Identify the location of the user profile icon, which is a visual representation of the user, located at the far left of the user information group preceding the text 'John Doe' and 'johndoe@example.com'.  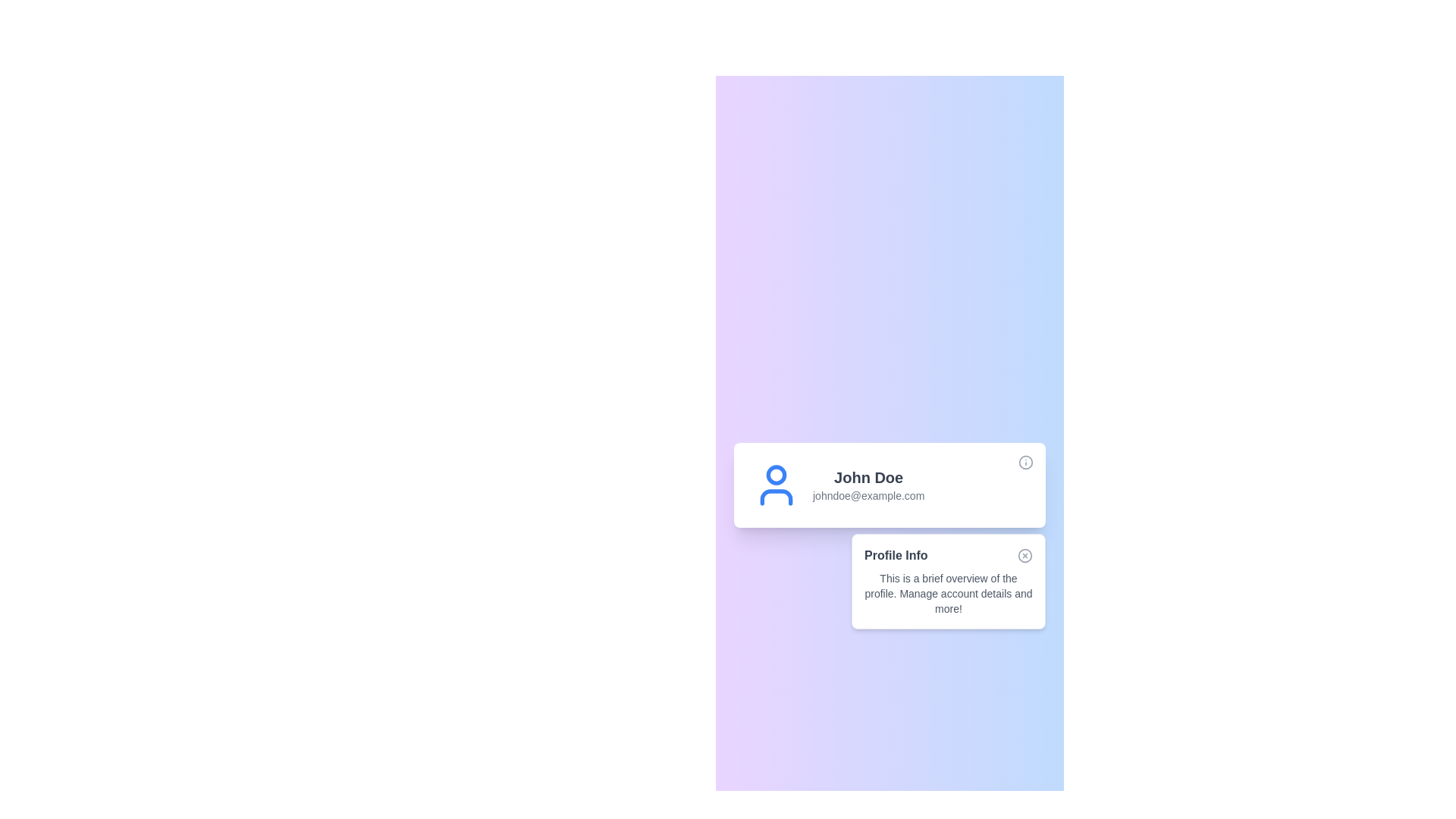
(776, 485).